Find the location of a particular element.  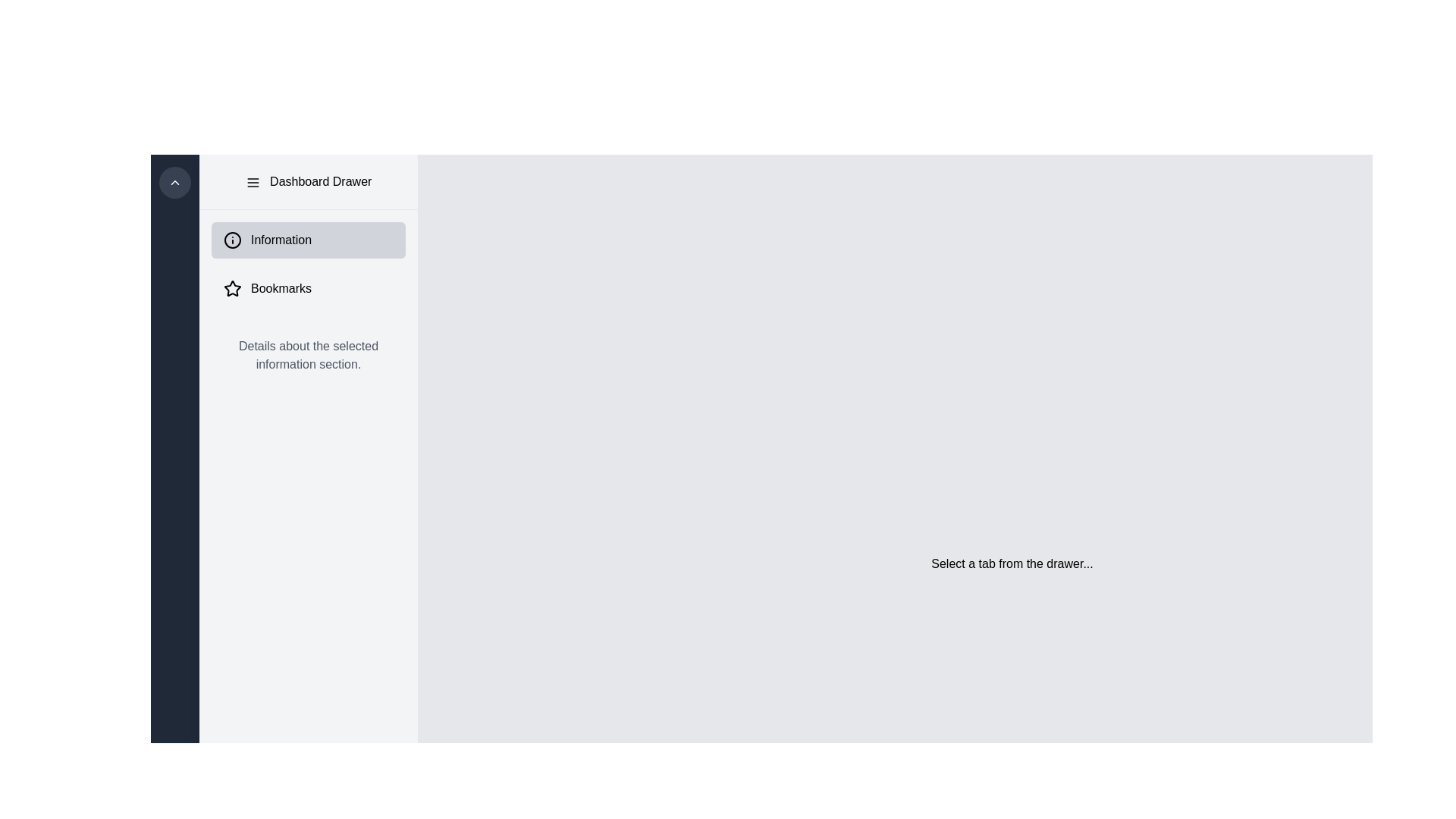

the 'Information' button located in the sidebar above the 'Bookmarks' element is located at coordinates (308, 239).